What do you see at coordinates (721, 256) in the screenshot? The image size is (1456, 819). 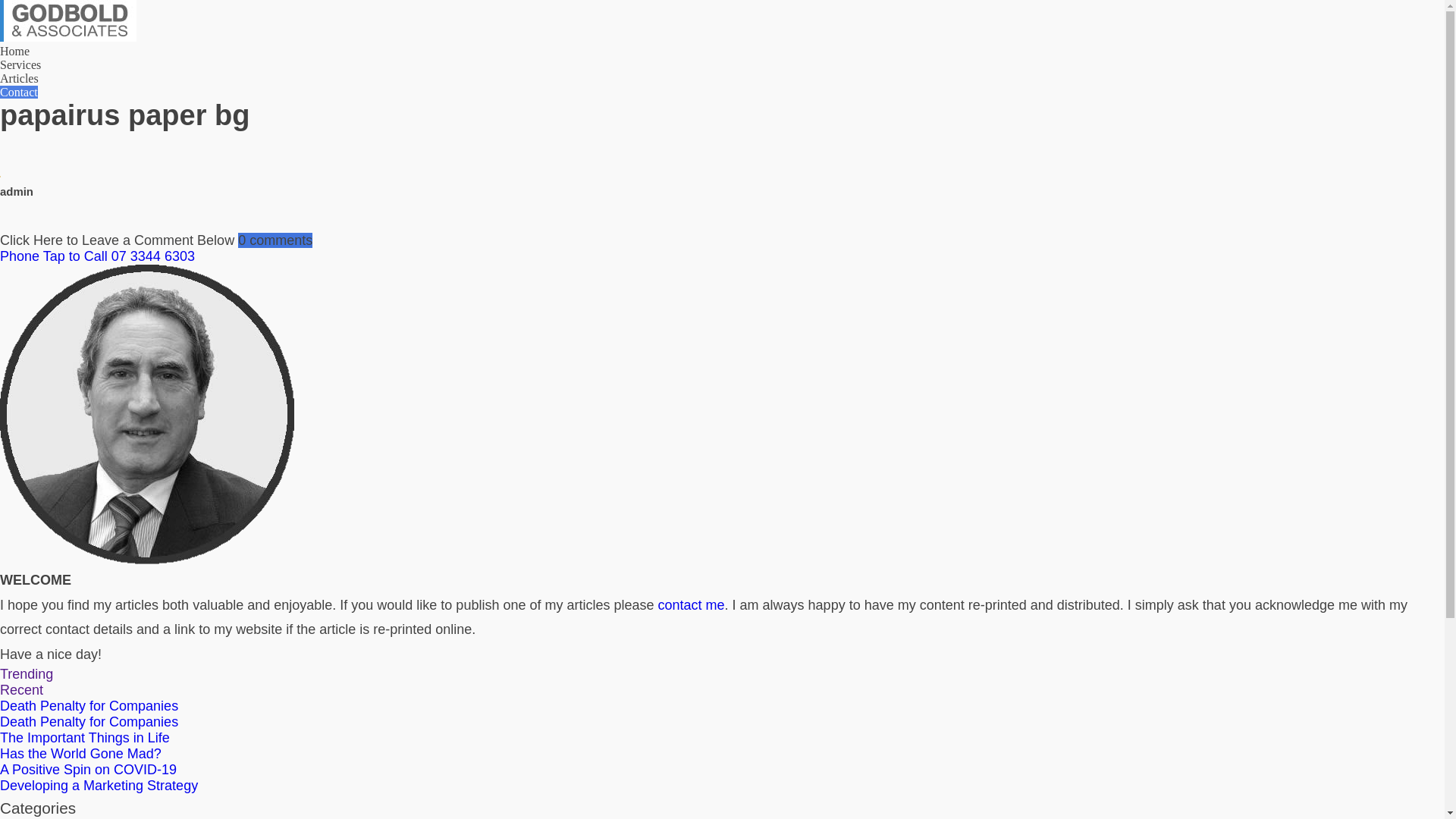 I see `'Phone Tap to Call 07 3344 6303'` at bounding box center [721, 256].